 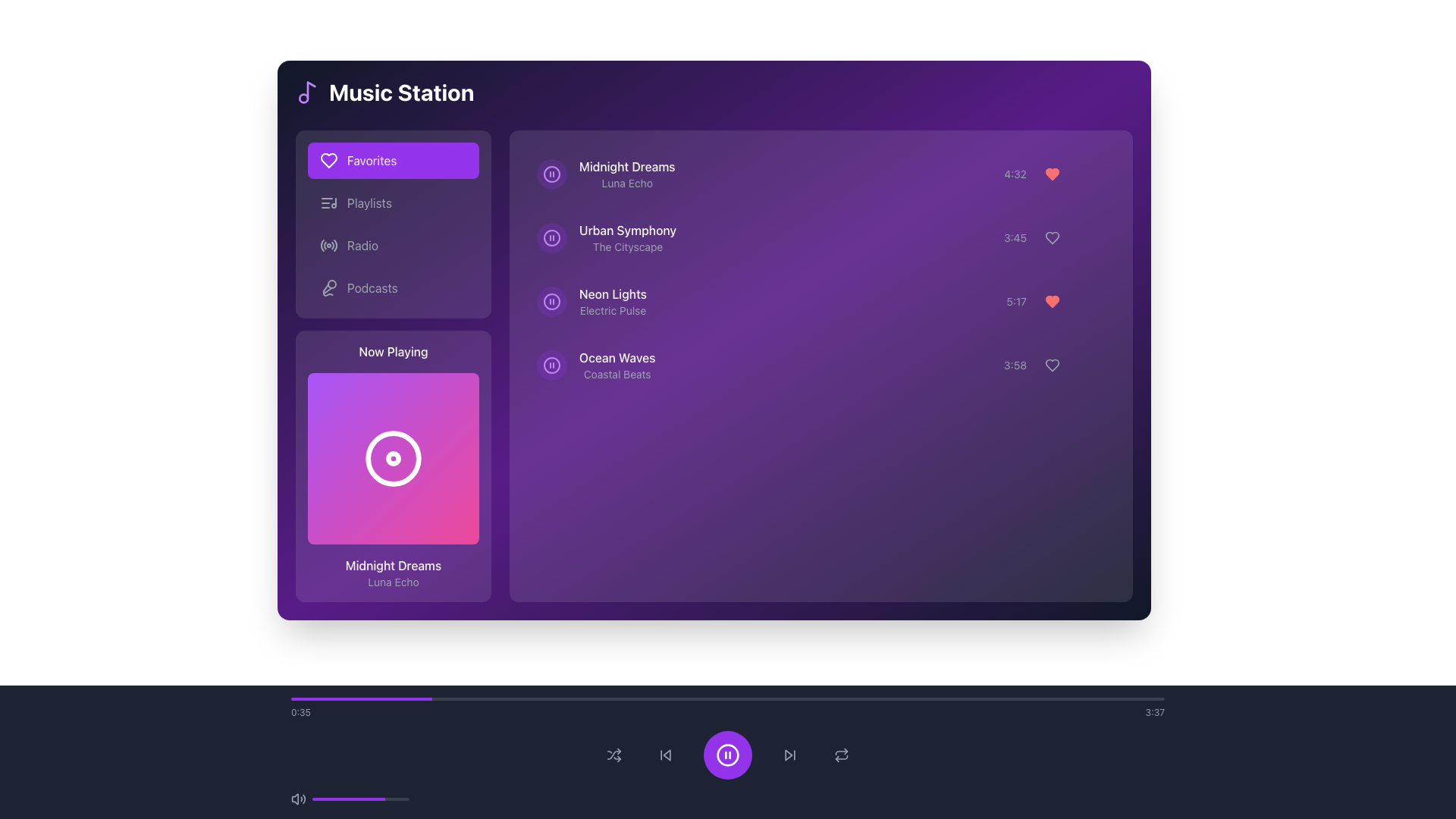 What do you see at coordinates (393, 458) in the screenshot?
I see `the Circle shape (SVG element) in the spinning disc icon indicating the current playback status of the 'Now Playing' track` at bounding box center [393, 458].